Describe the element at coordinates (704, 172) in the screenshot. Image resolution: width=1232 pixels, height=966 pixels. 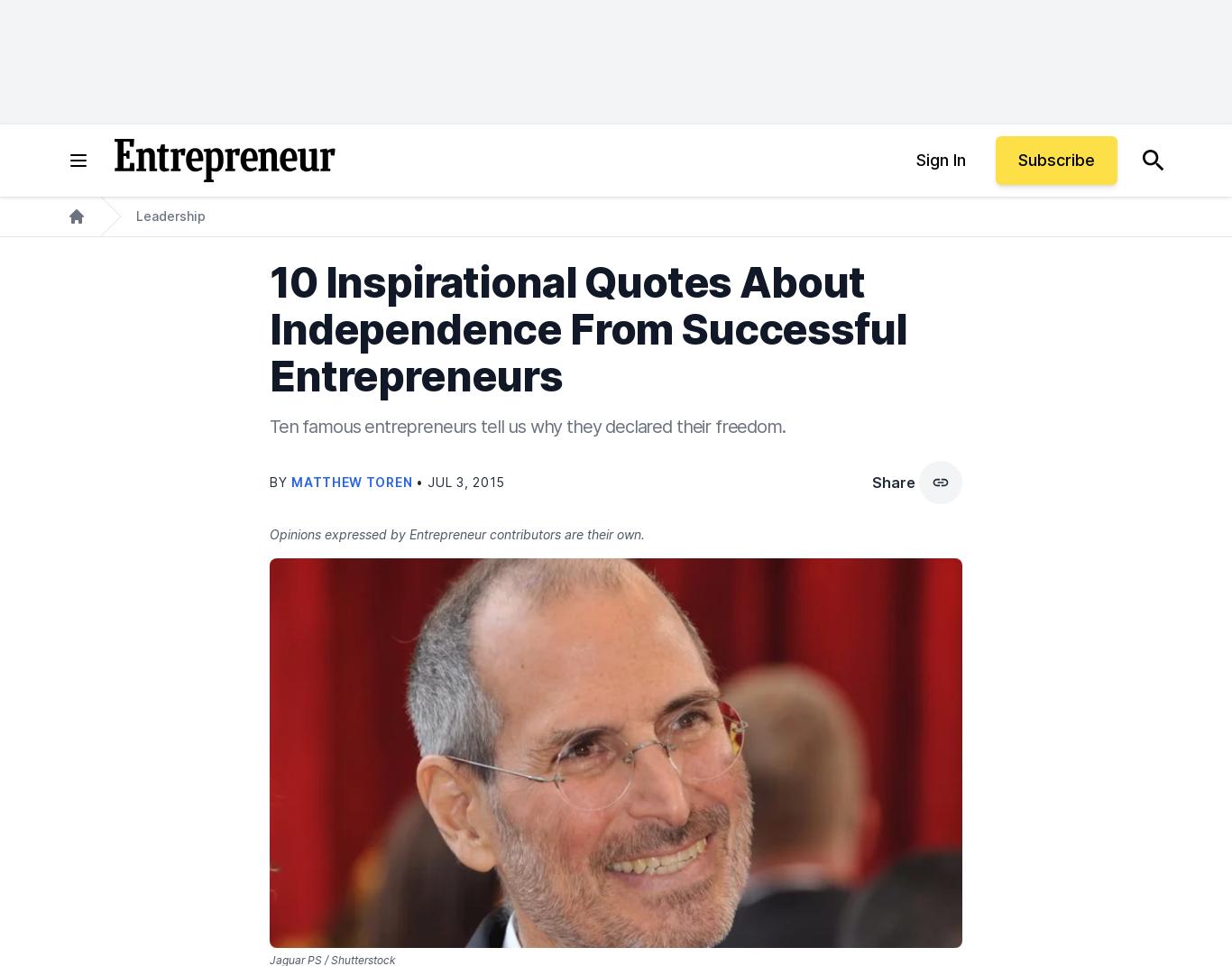
I see `'(Wiley). He's based in Vancouver, B.C.'` at that location.